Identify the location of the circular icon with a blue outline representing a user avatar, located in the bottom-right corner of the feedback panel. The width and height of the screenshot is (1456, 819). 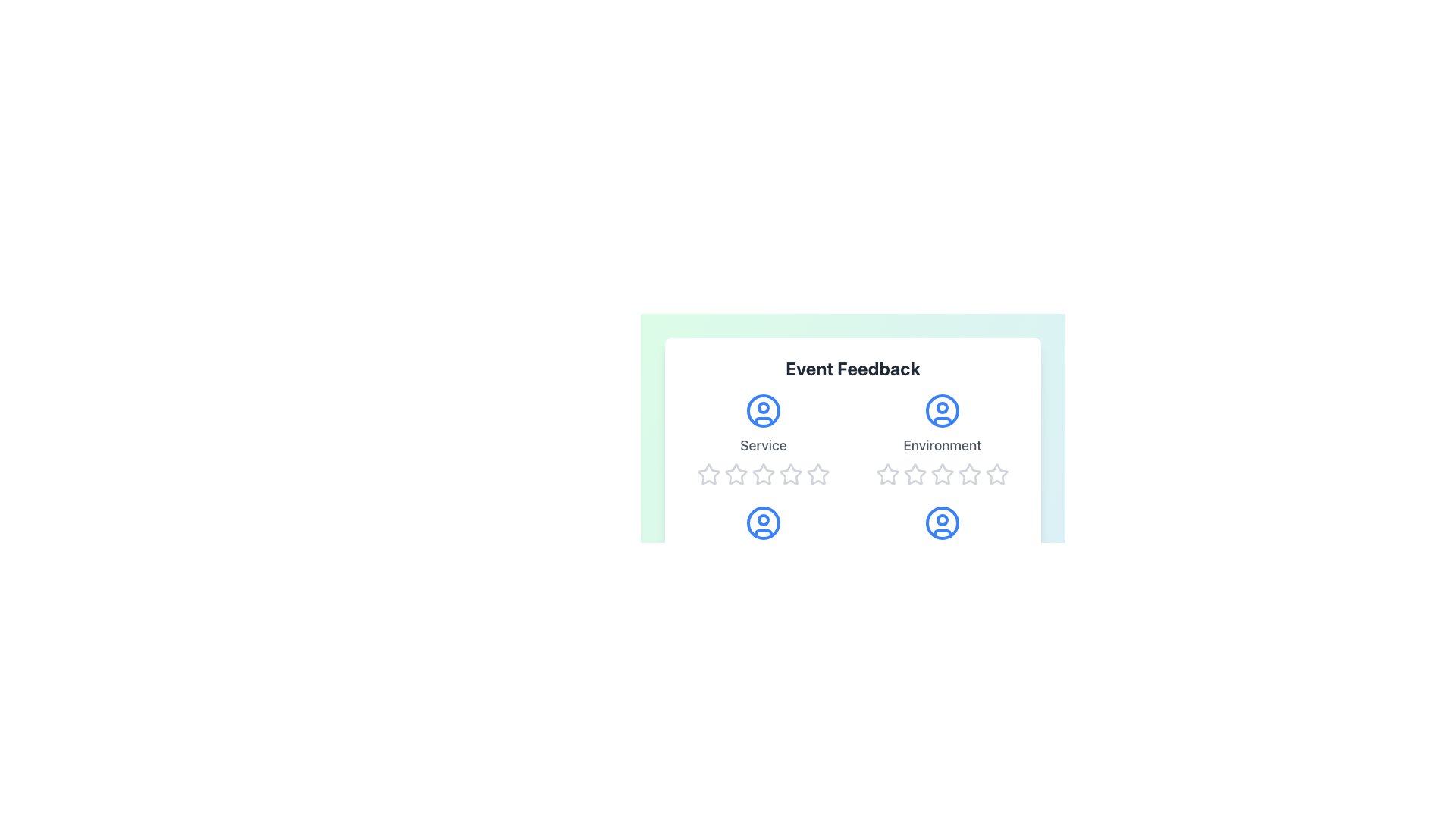
(942, 522).